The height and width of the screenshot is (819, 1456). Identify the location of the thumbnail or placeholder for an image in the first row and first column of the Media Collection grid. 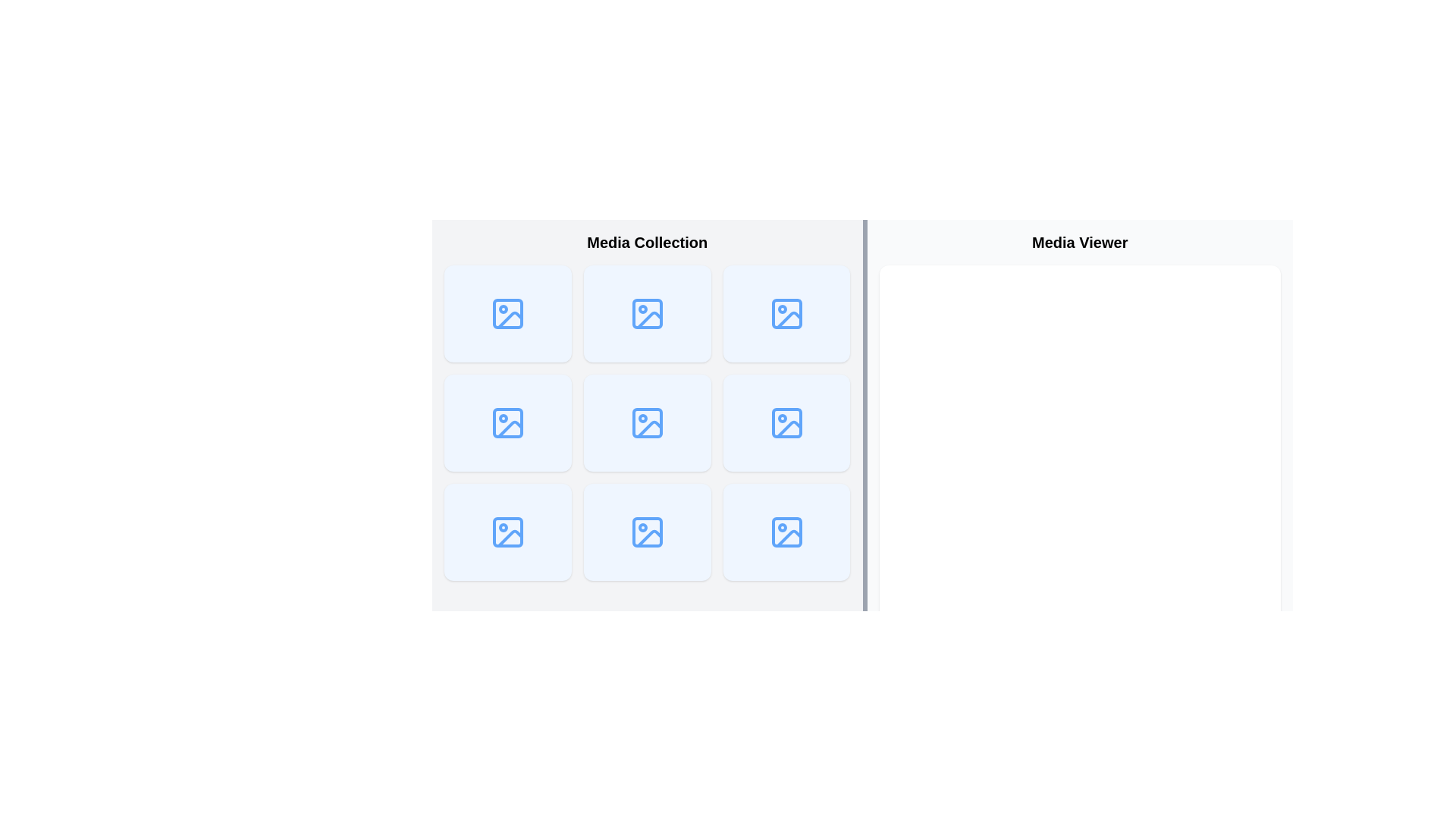
(507, 312).